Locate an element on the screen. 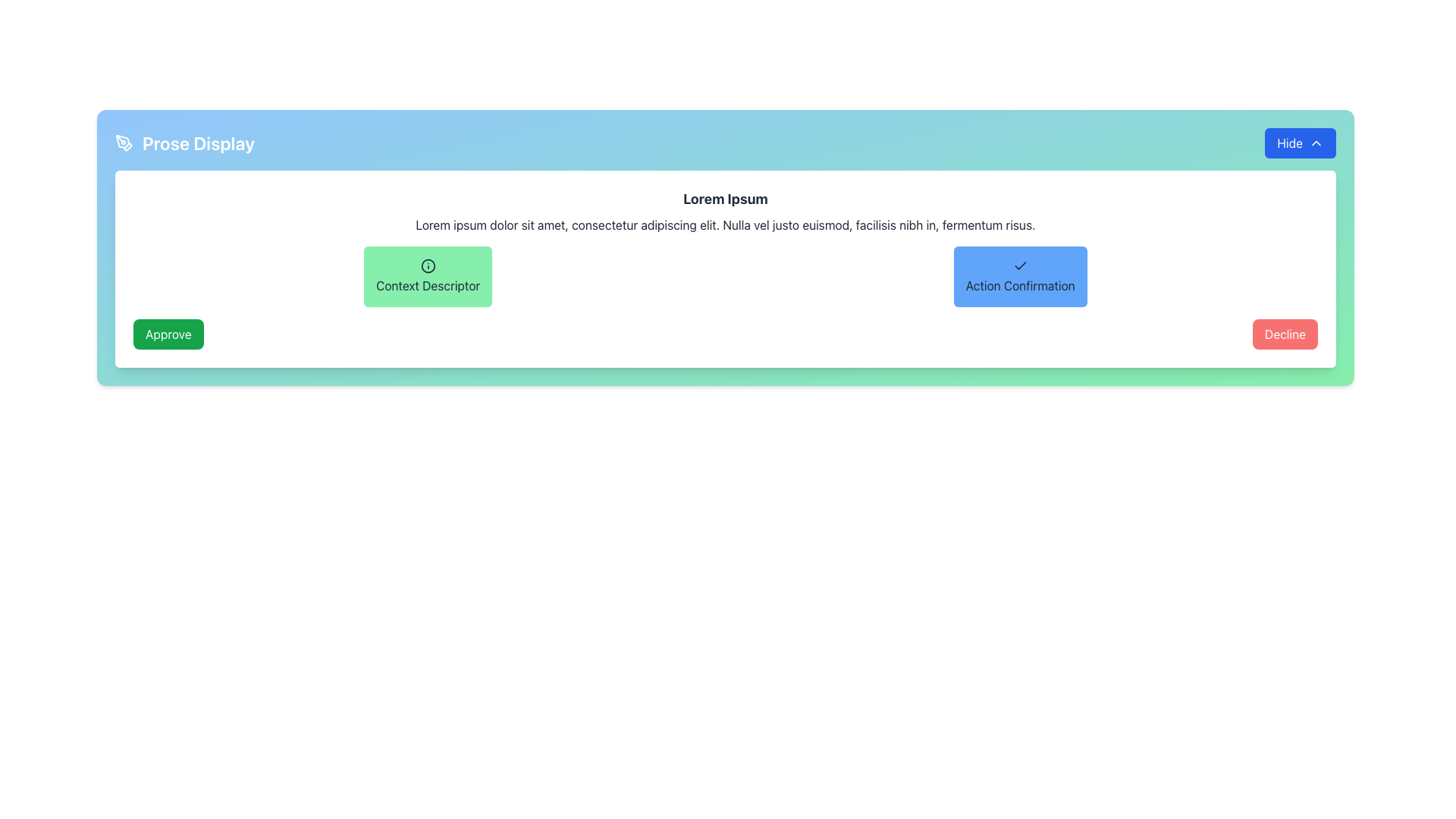 Image resolution: width=1456 pixels, height=819 pixels. the Circle vector graphic component that is part of the 'Context Descriptor' green button, located below the 'Lorem Ipsum' heading is located at coordinates (427, 265).